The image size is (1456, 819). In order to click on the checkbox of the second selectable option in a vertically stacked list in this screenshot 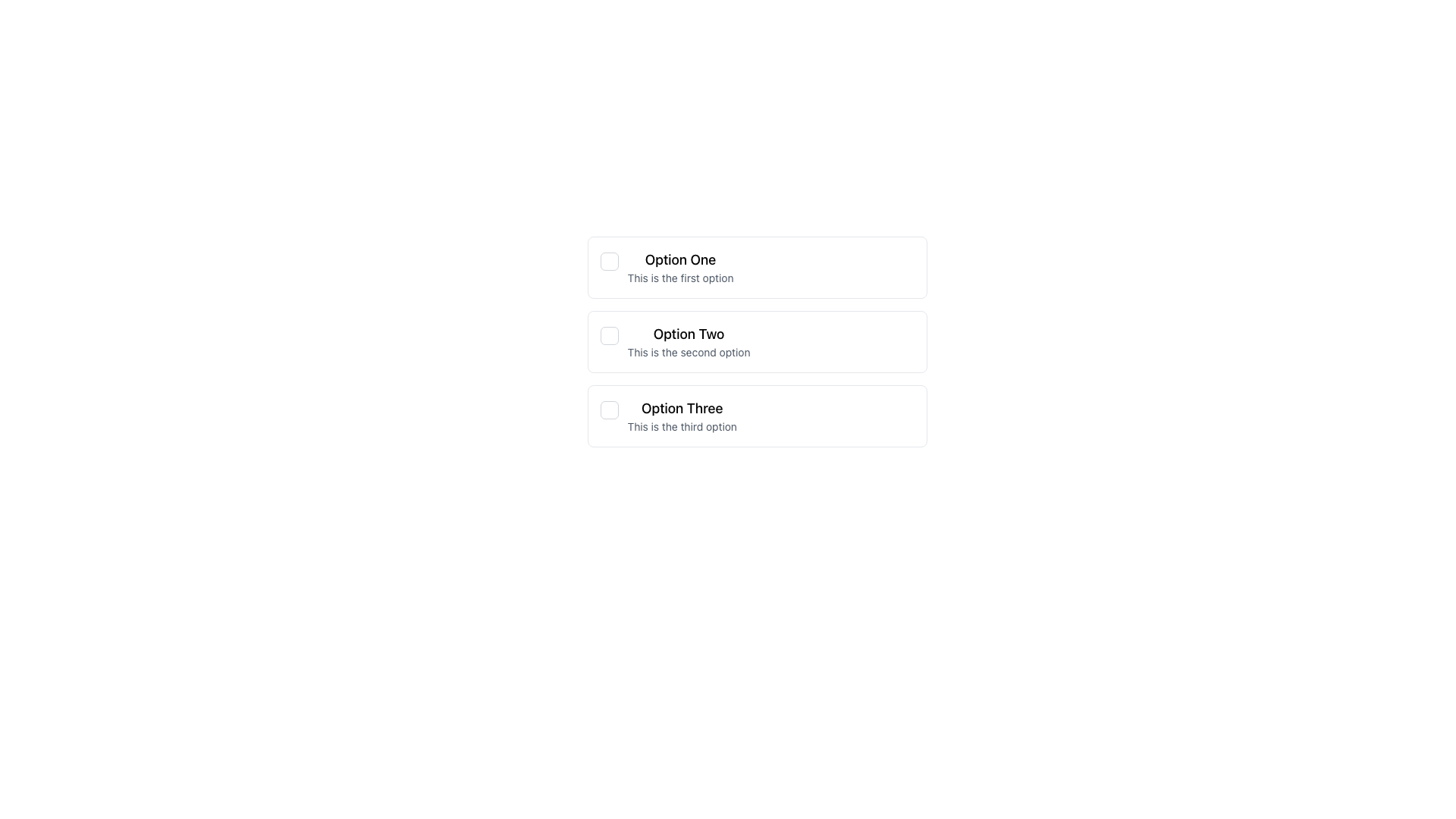, I will do `click(757, 342)`.